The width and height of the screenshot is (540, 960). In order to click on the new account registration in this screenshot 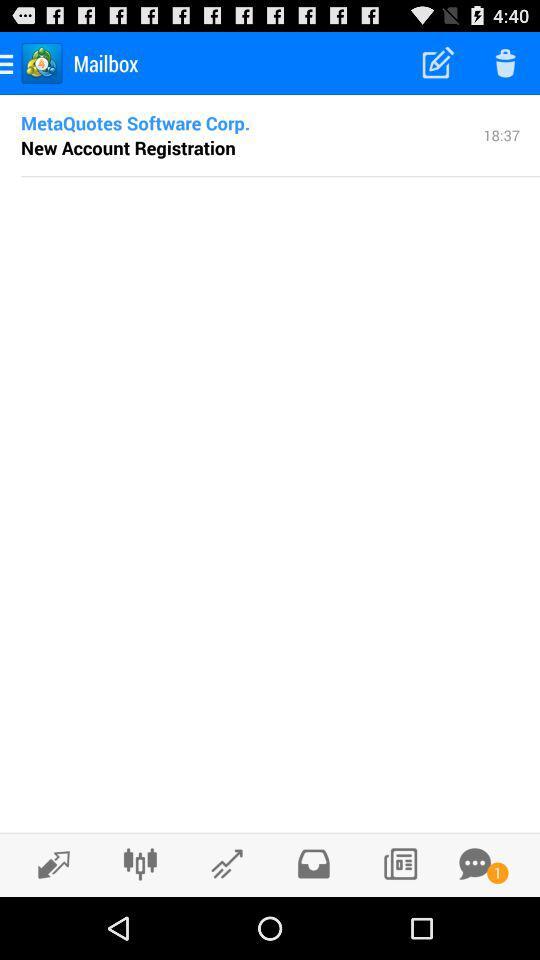, I will do `click(128, 146)`.